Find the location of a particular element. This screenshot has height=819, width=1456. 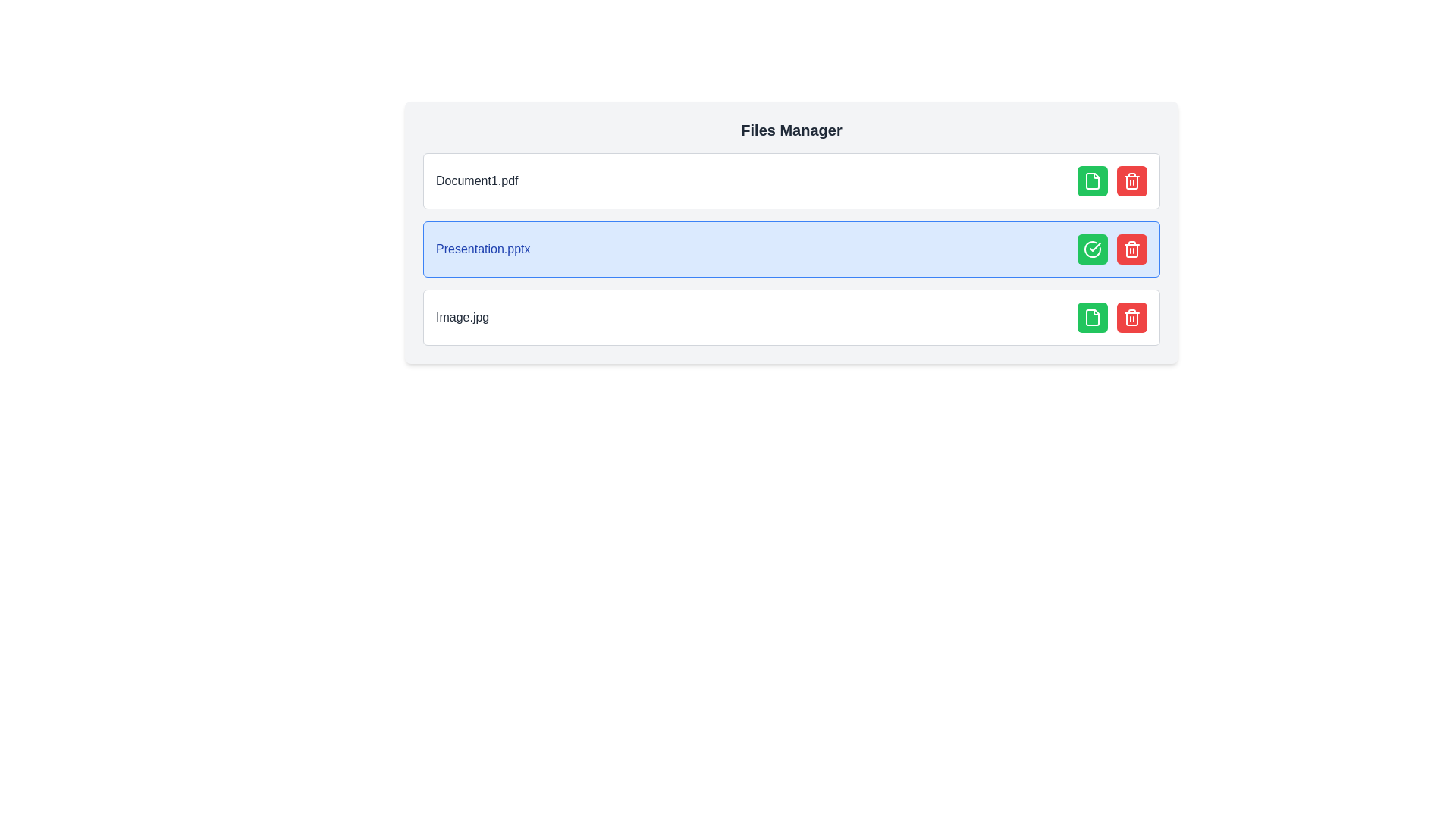

the document icon within the green rounded button located in the top-right part of the row labeled 'Image.jpg' is located at coordinates (1092, 180).